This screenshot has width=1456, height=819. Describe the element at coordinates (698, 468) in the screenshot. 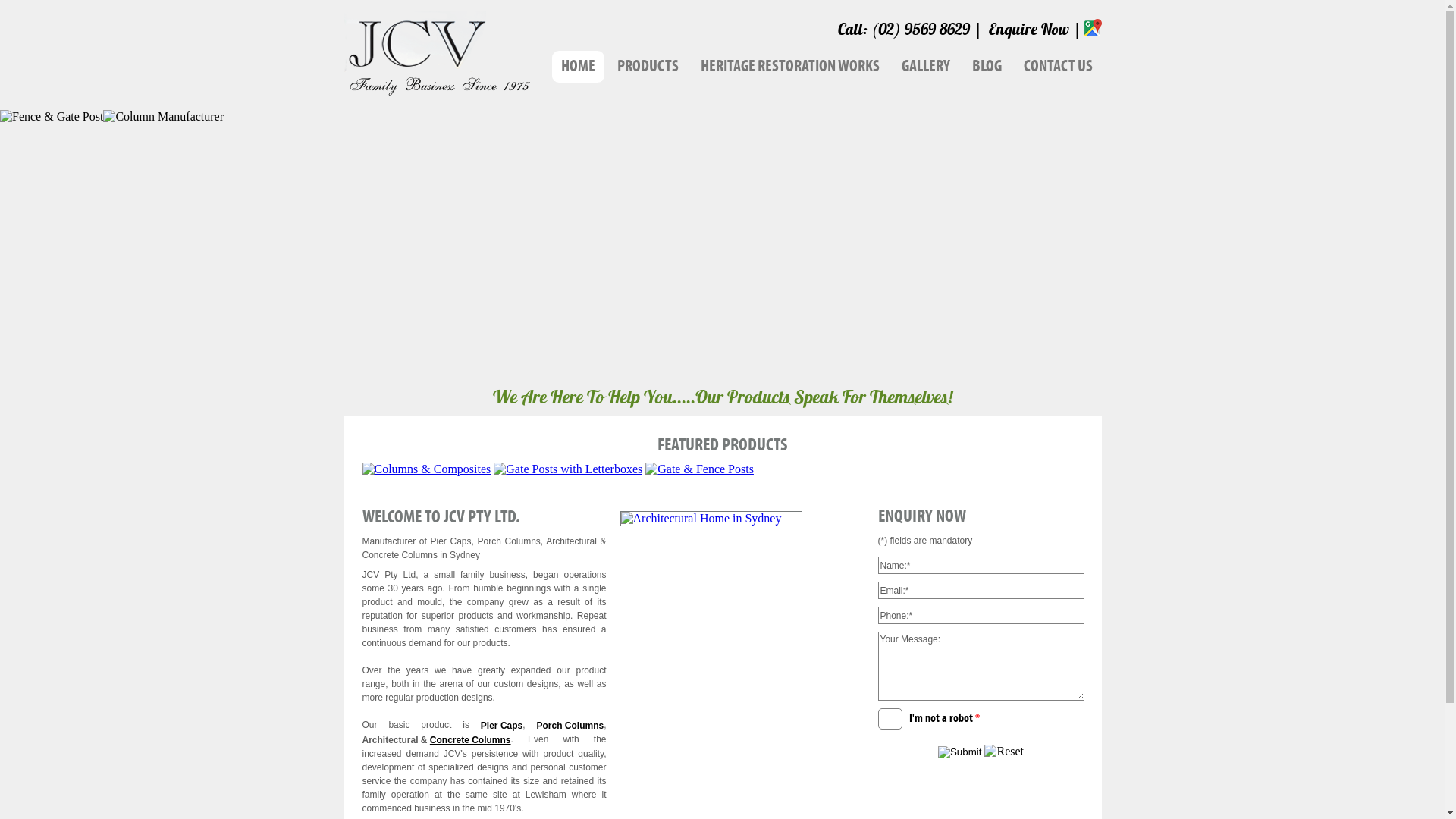

I see `'Gate & Fence Posts'` at that location.